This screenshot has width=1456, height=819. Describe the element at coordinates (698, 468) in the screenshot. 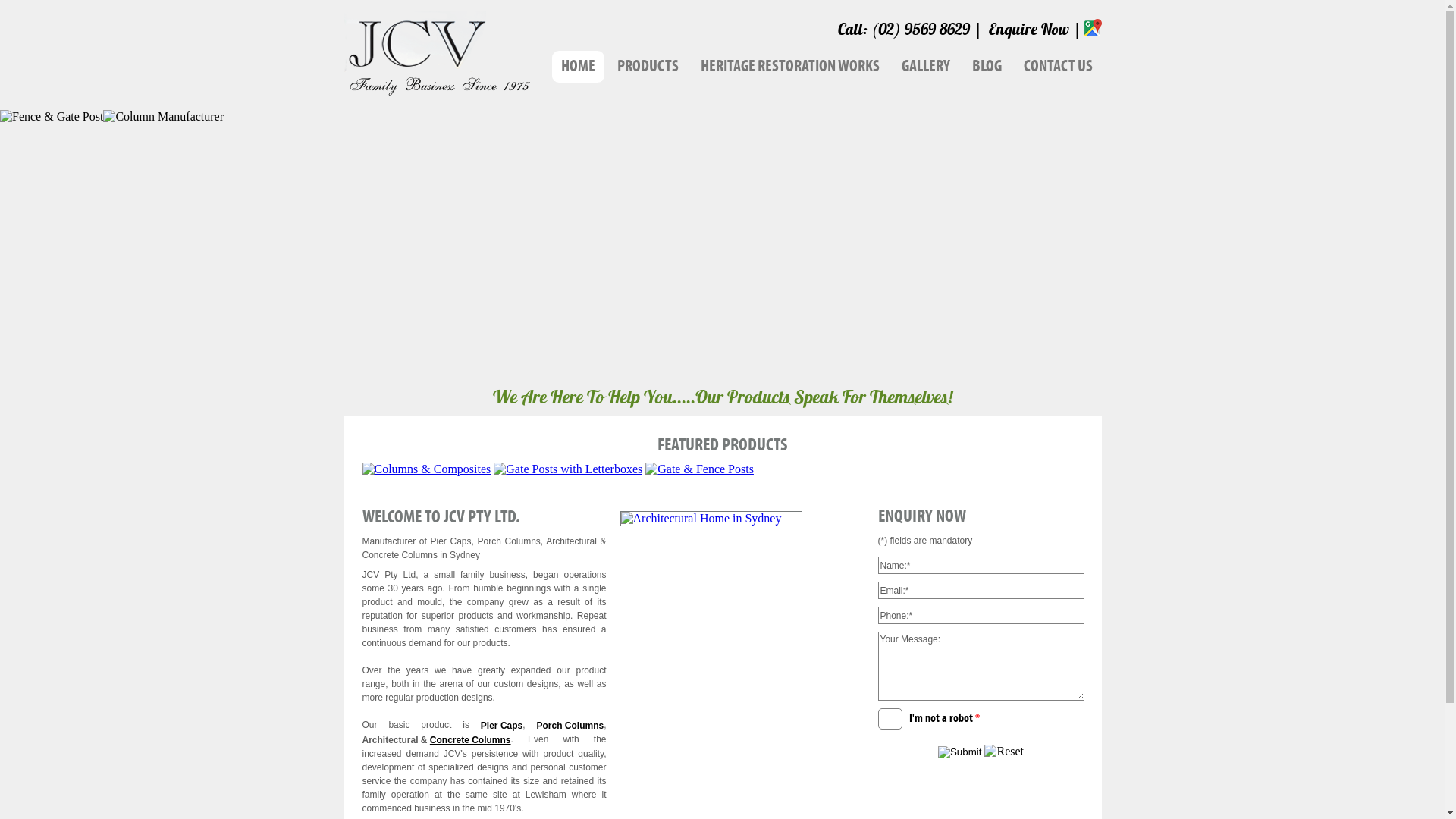

I see `'Gate & Fence Posts'` at that location.